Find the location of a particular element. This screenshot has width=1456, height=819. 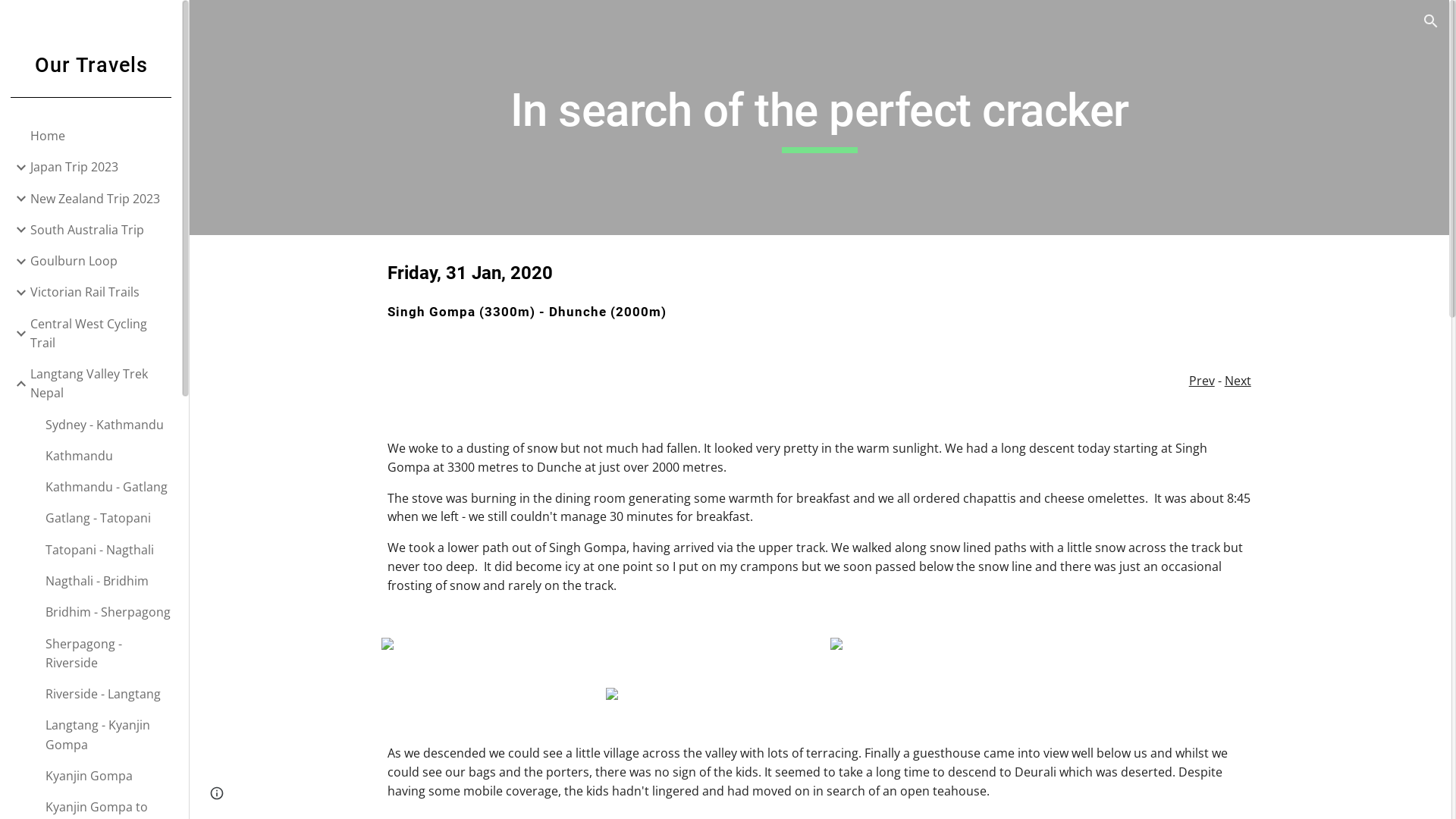

'Kyanjin Gompa' is located at coordinates (42, 776).